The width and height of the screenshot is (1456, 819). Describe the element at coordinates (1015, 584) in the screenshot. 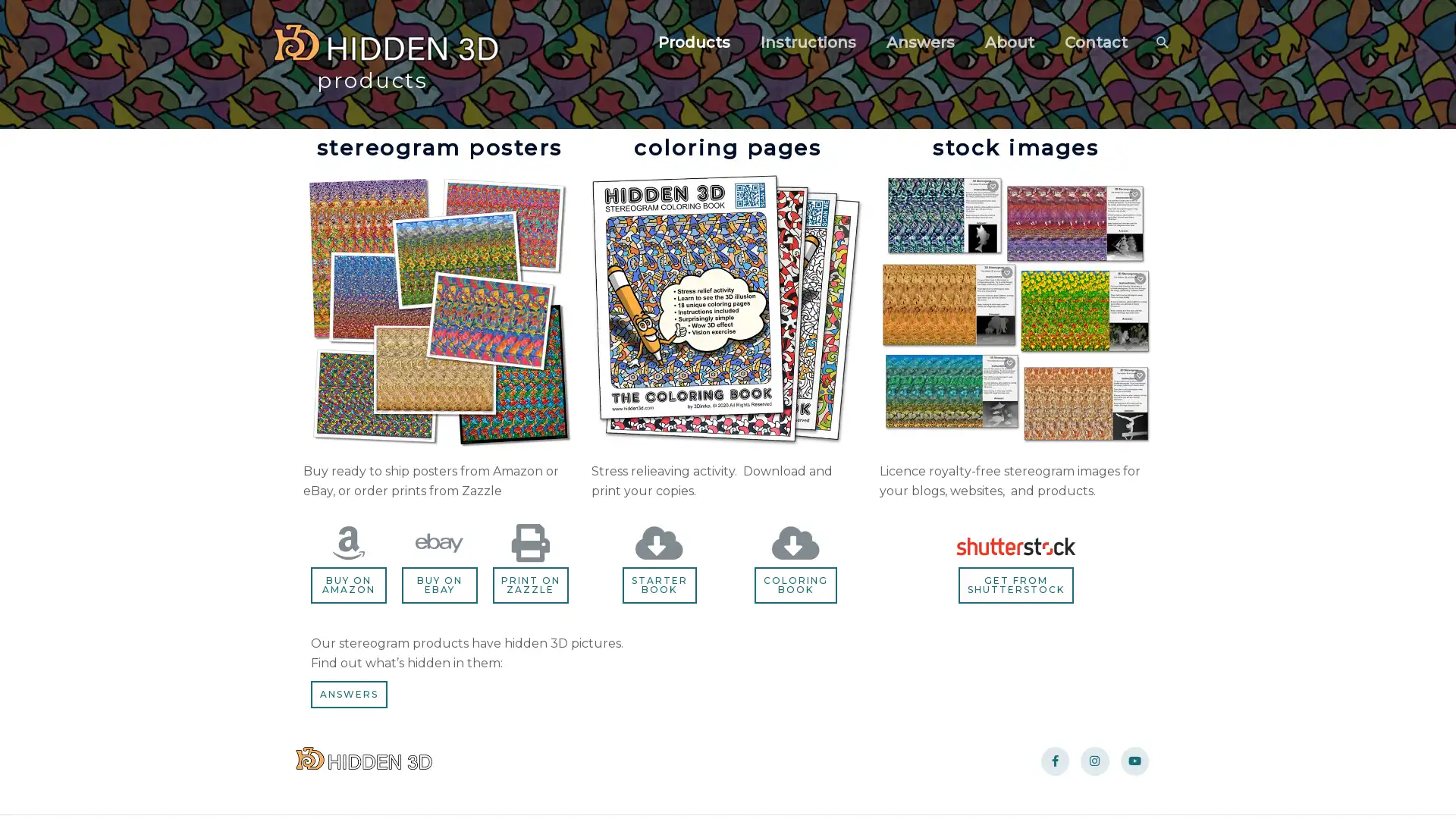

I see `GET FROM SHUTTERSTOCK` at that location.